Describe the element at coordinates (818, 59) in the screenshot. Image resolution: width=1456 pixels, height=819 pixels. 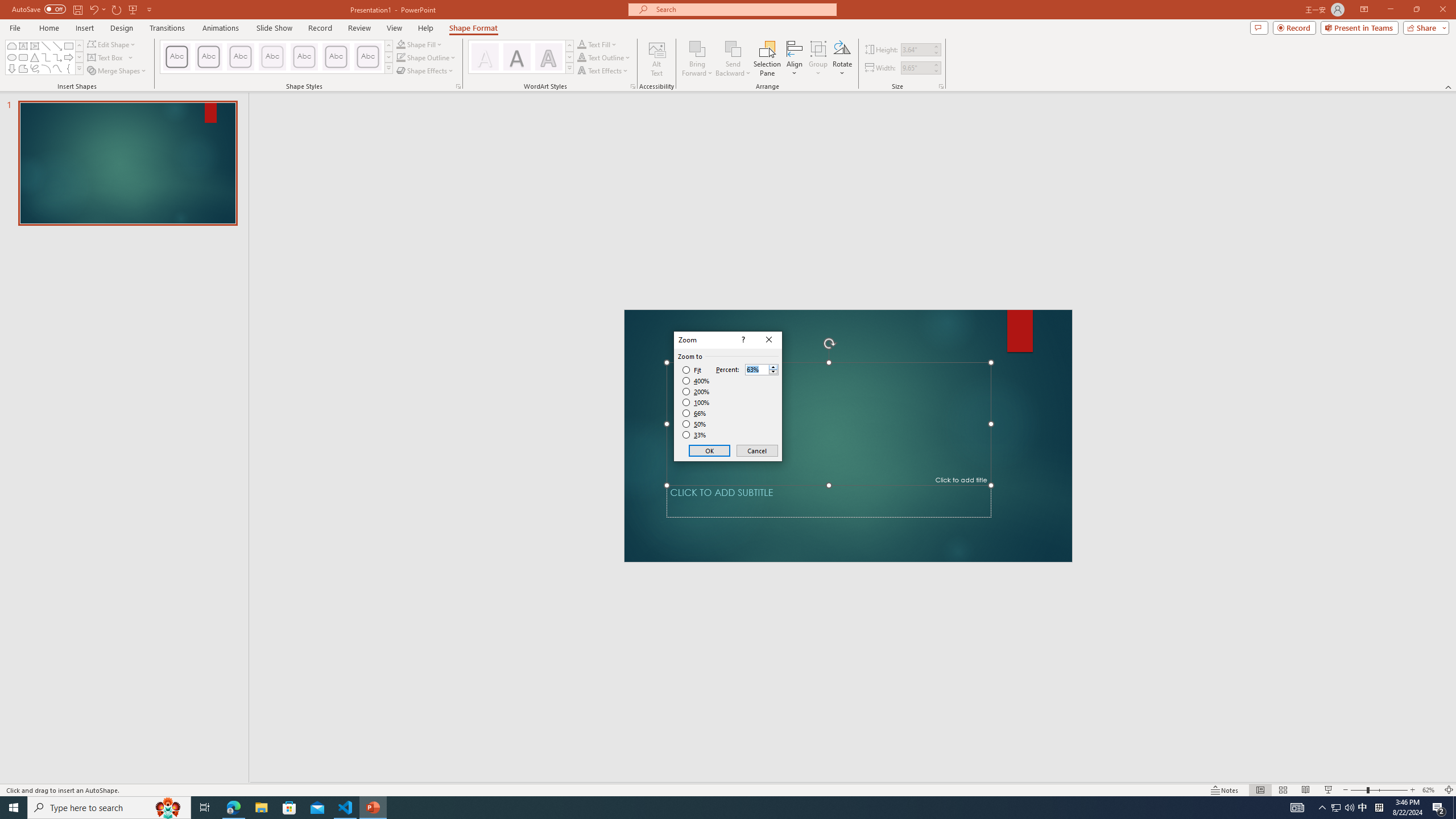
I see `'Group'` at that location.